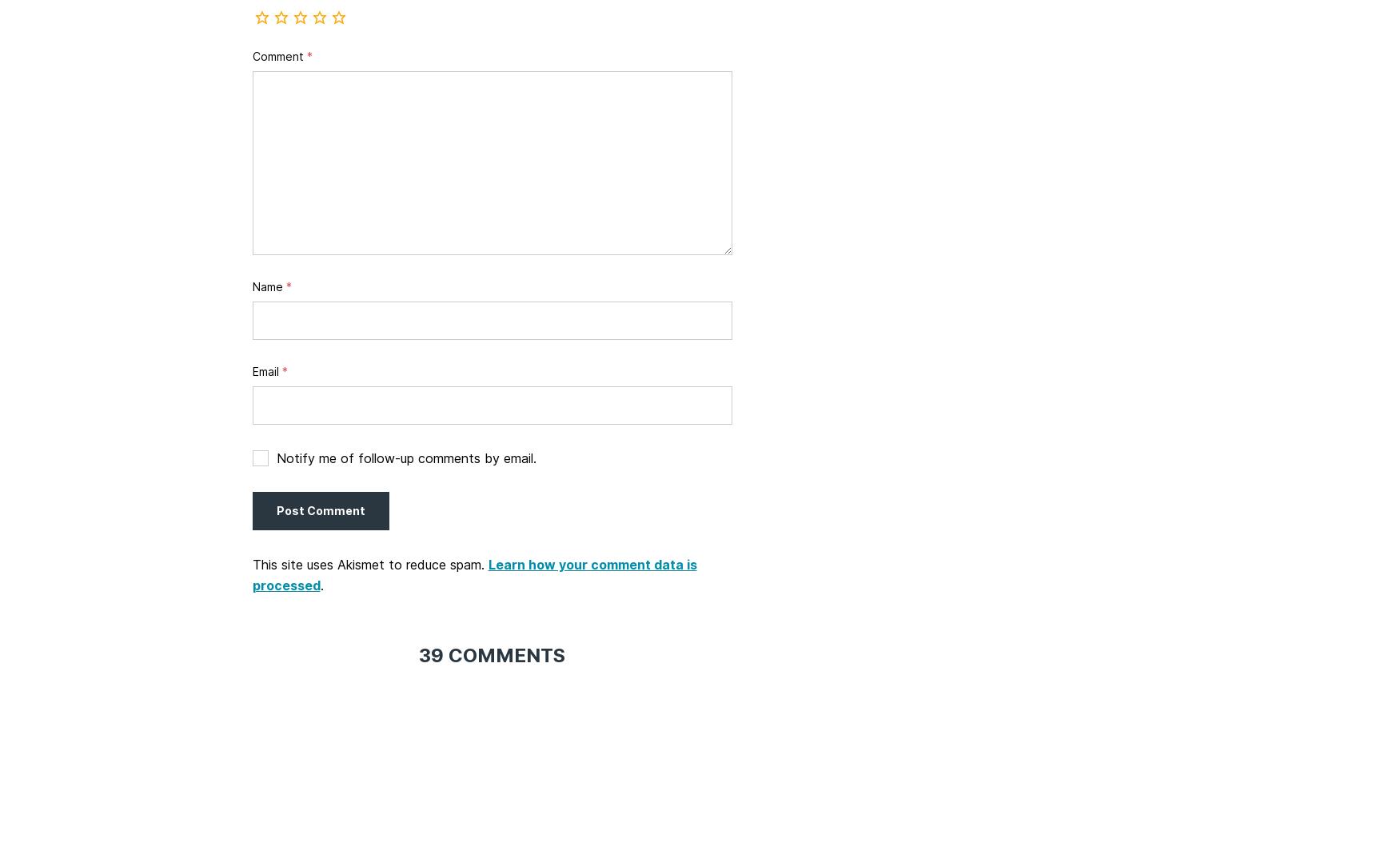  I want to click on '39 Comments', so click(491, 654).